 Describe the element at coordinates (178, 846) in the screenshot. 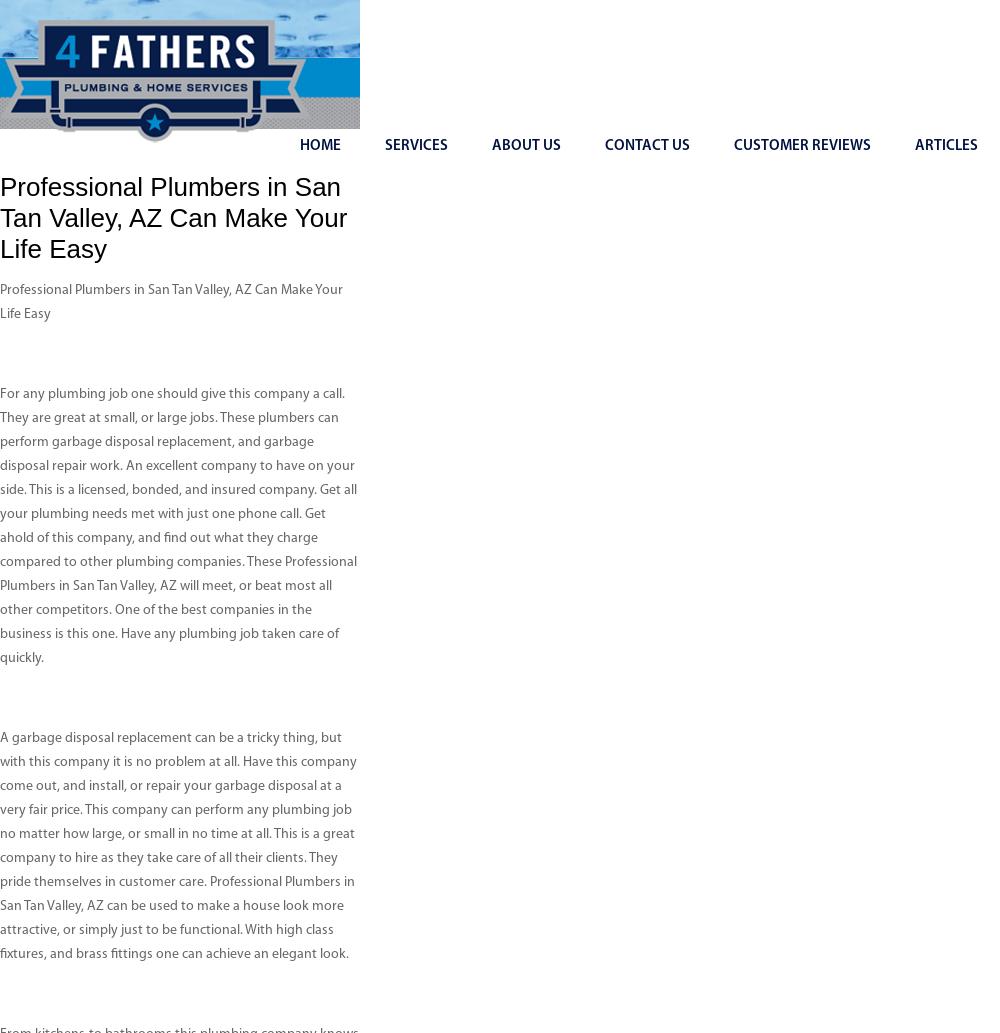

I see `'A garbage disposal replacement can be a tricky thing, but with this company it is no problem at all. Have this company come out, and install, or repair your garbage disposal at a very fair price. This company can perform any plumbing job no matter how large, or small in no time at all. This is a great company to hire as they take care of all their clients. They pride themselves in customer care. Professional Plumbers in San Tan Valley, AZ can be used to make a house look more attractive, or simply just to be functional. With high class fixtures, and brass fittings one can achieve an elegant look.'` at that location.